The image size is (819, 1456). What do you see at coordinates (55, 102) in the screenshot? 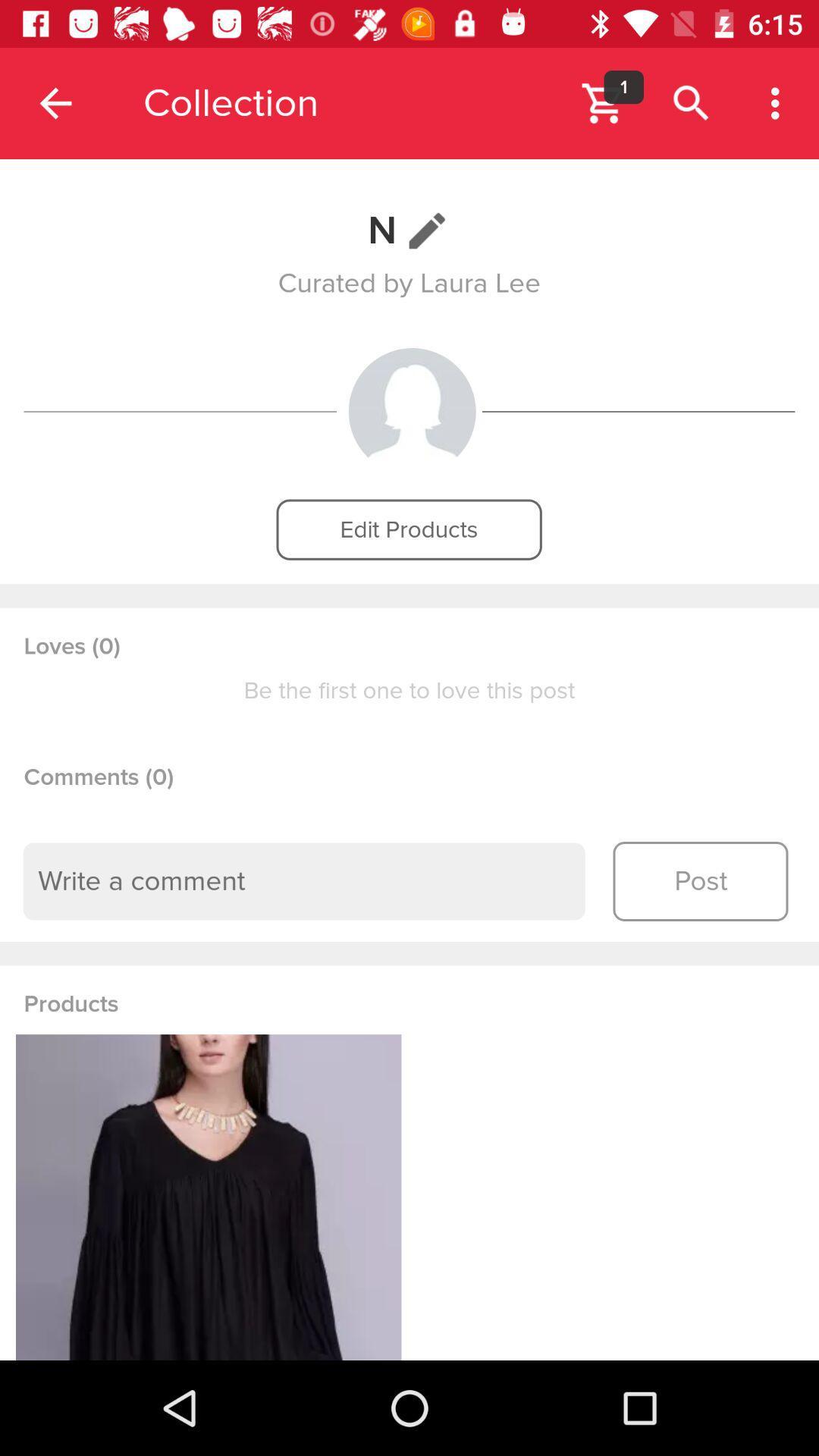
I see `the item to the left of the collection` at bounding box center [55, 102].